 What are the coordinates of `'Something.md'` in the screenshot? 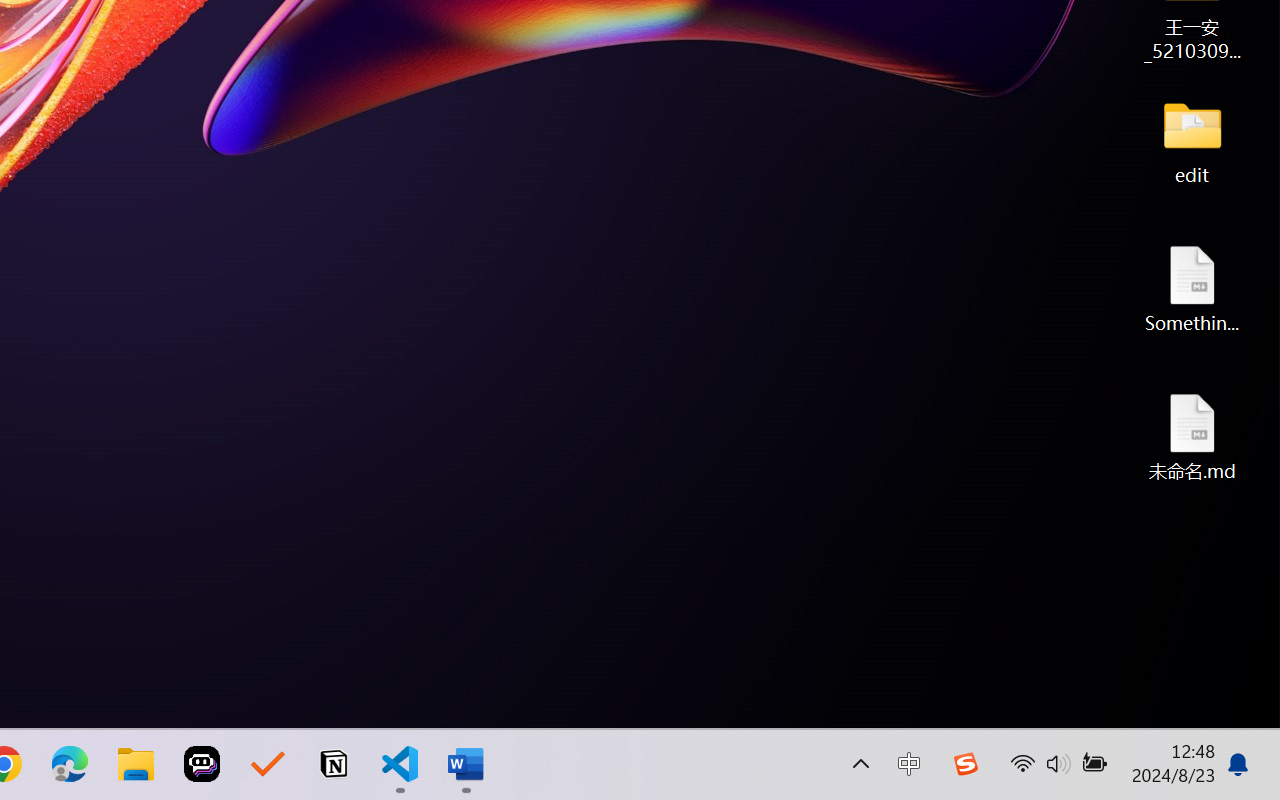 It's located at (1192, 288).